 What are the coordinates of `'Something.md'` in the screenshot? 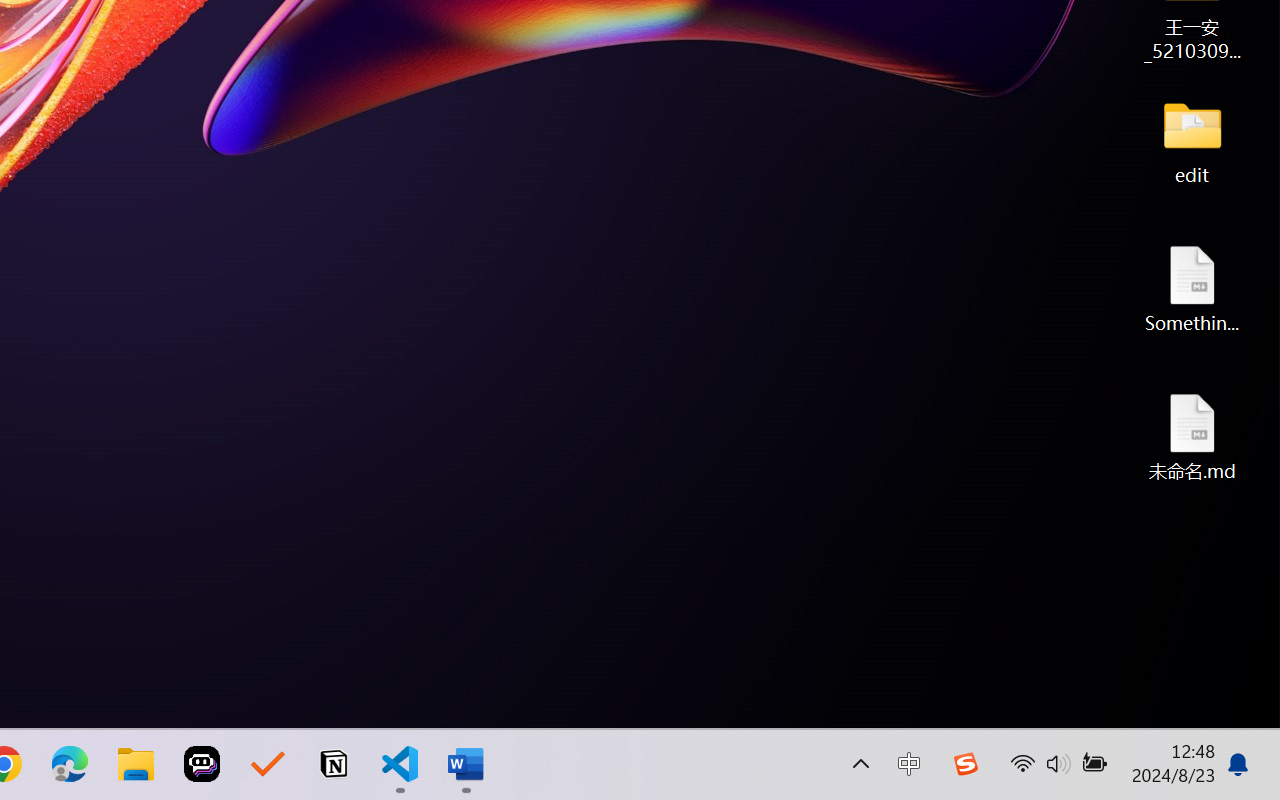 It's located at (1192, 288).